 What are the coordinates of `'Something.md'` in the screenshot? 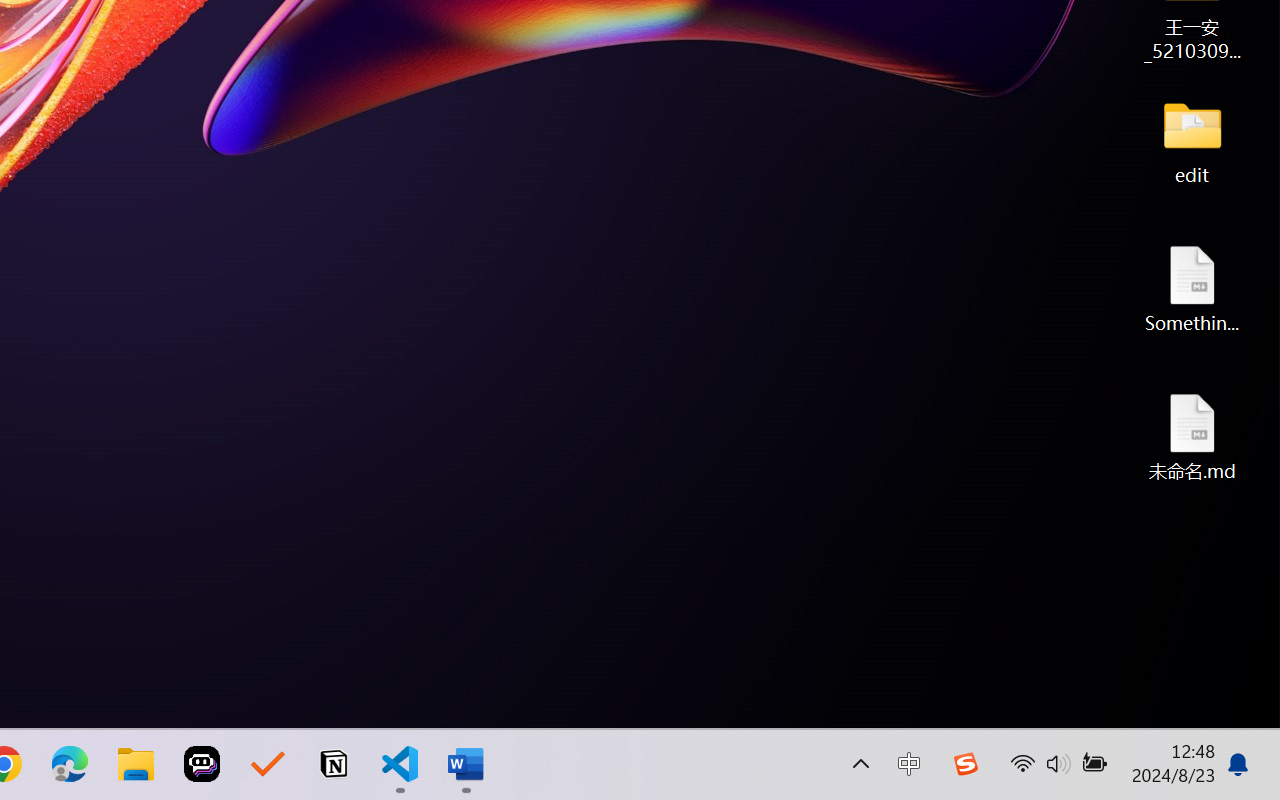 It's located at (1192, 288).